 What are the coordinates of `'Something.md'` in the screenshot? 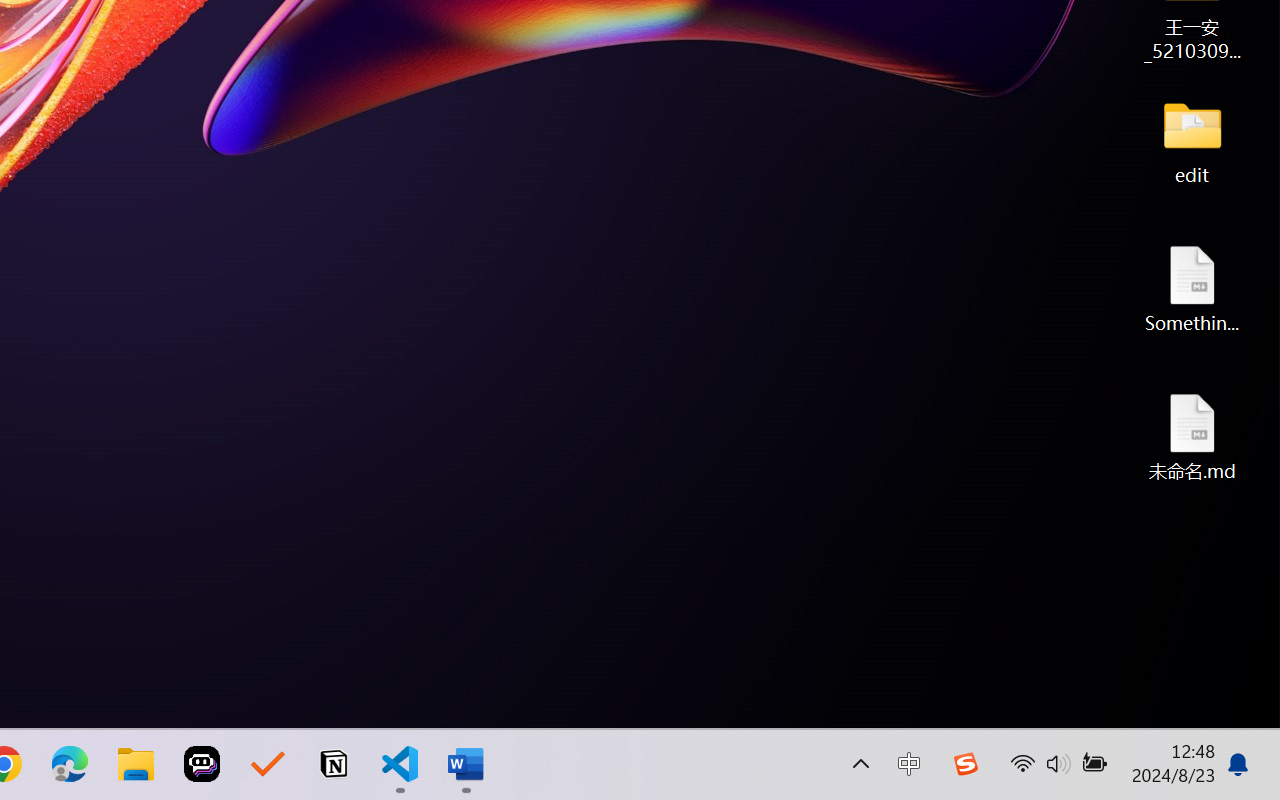 It's located at (1192, 288).